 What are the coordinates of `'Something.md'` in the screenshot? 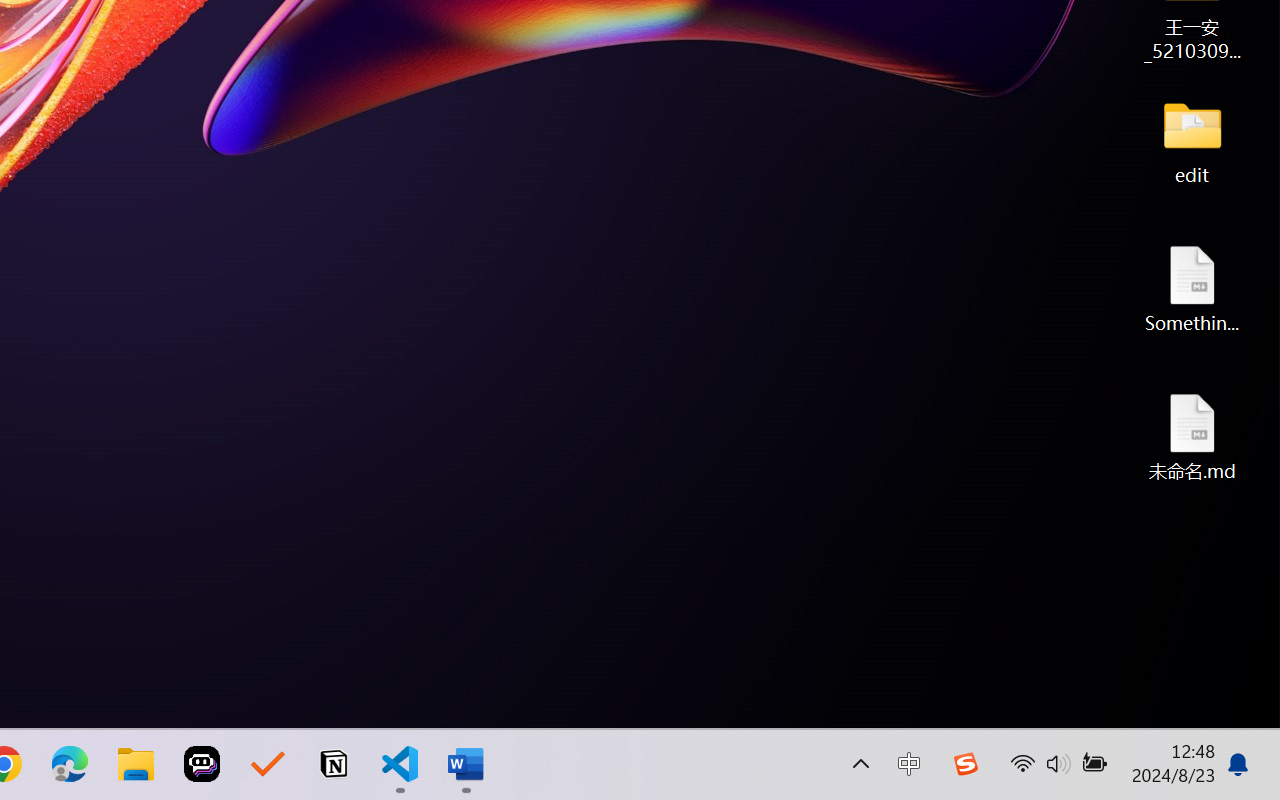 It's located at (1192, 288).